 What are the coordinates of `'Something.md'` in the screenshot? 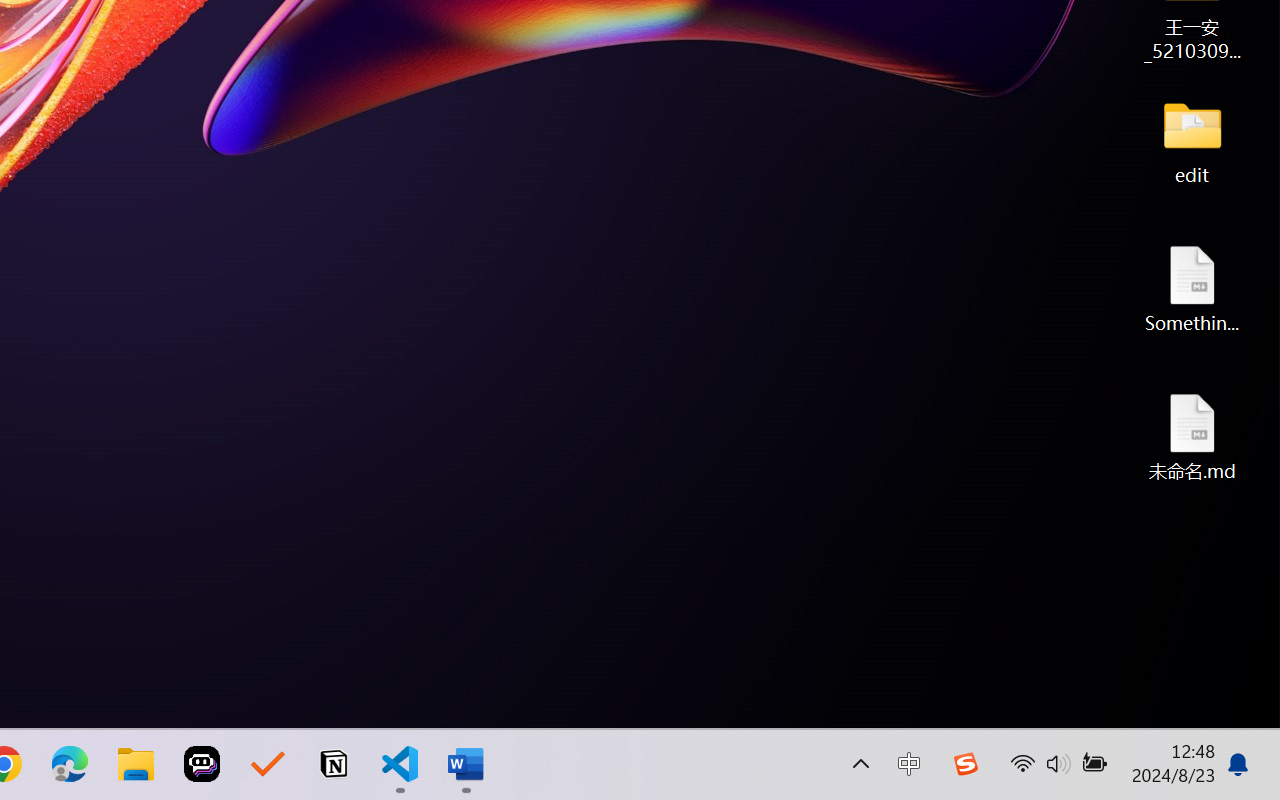 It's located at (1192, 288).